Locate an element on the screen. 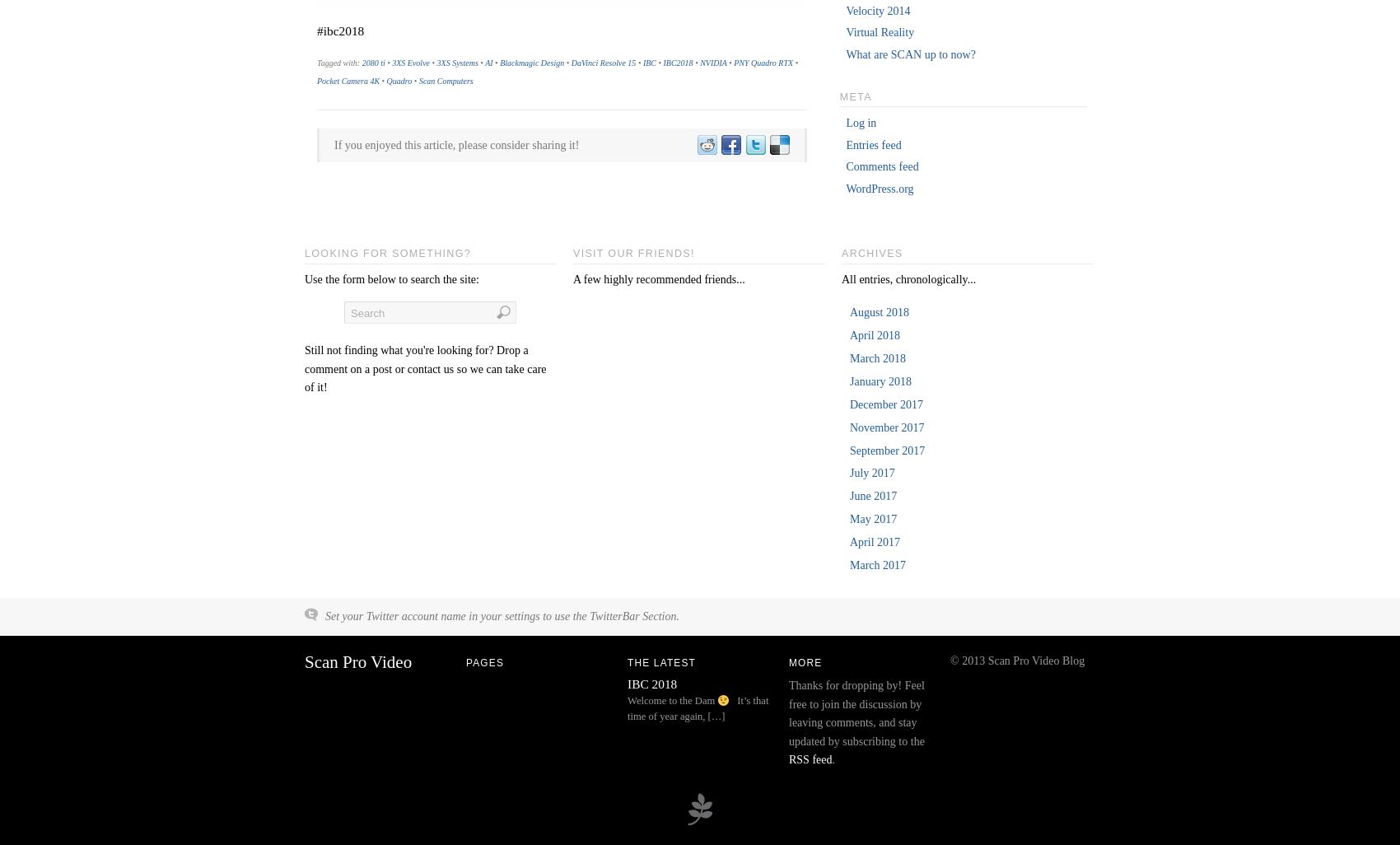 This screenshot has height=845, width=1400. 'More' is located at coordinates (805, 661).